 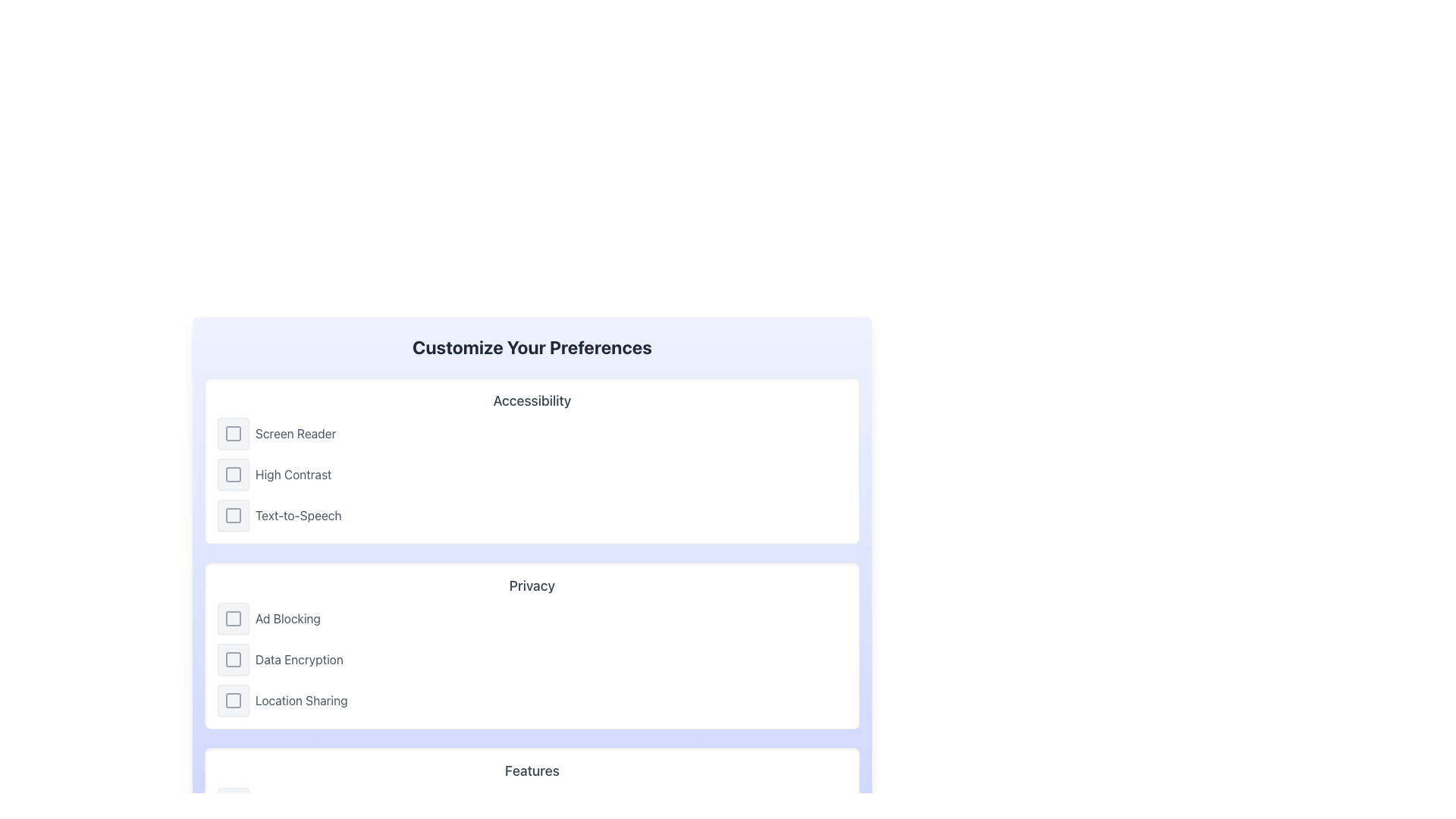 I want to click on the checkbox-like component for the 'Location Sharing' preference in the 'Privacy' section, so click(x=232, y=701).